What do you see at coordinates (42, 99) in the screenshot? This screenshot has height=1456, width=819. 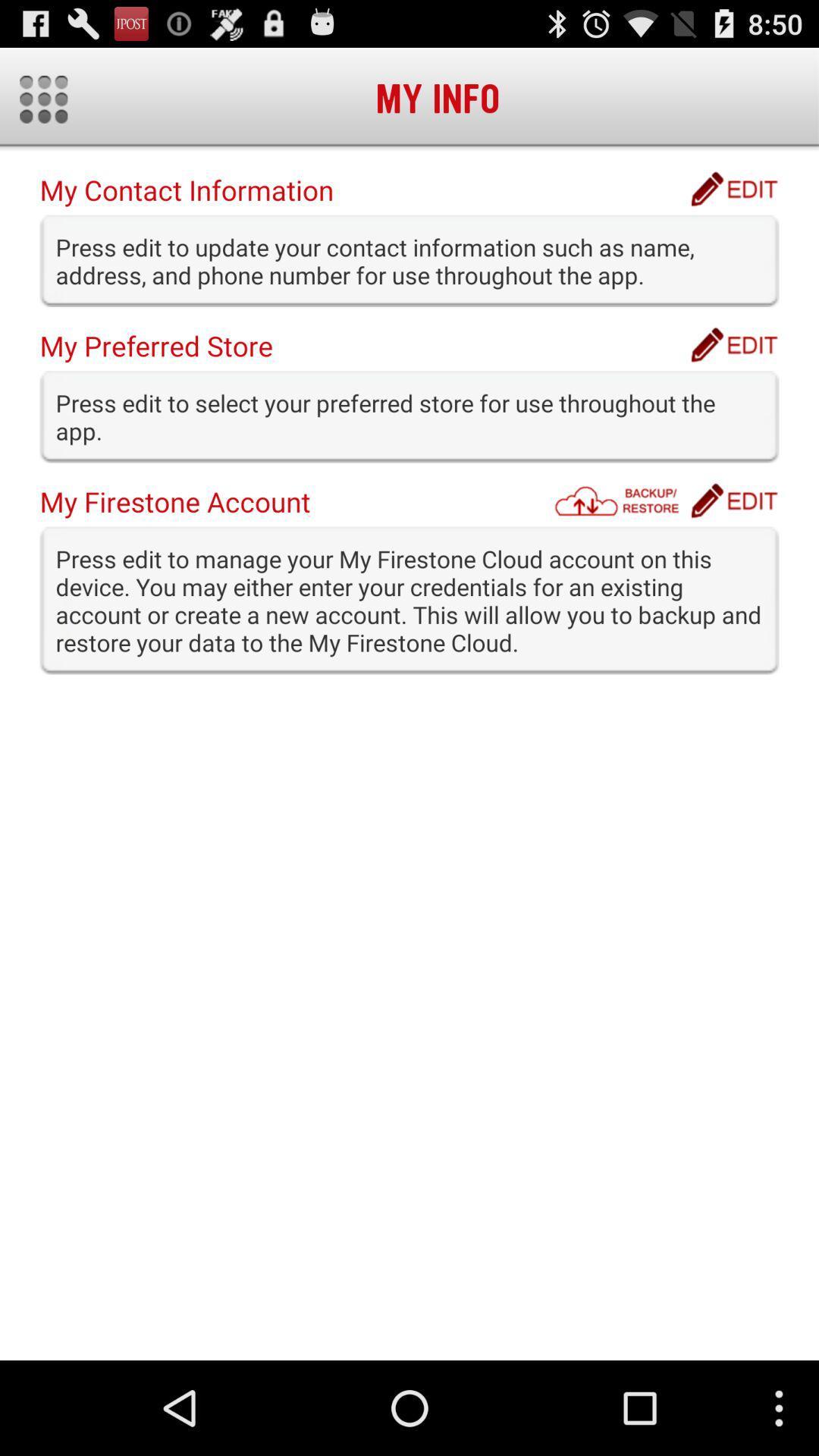 I see `item next to my info item` at bounding box center [42, 99].